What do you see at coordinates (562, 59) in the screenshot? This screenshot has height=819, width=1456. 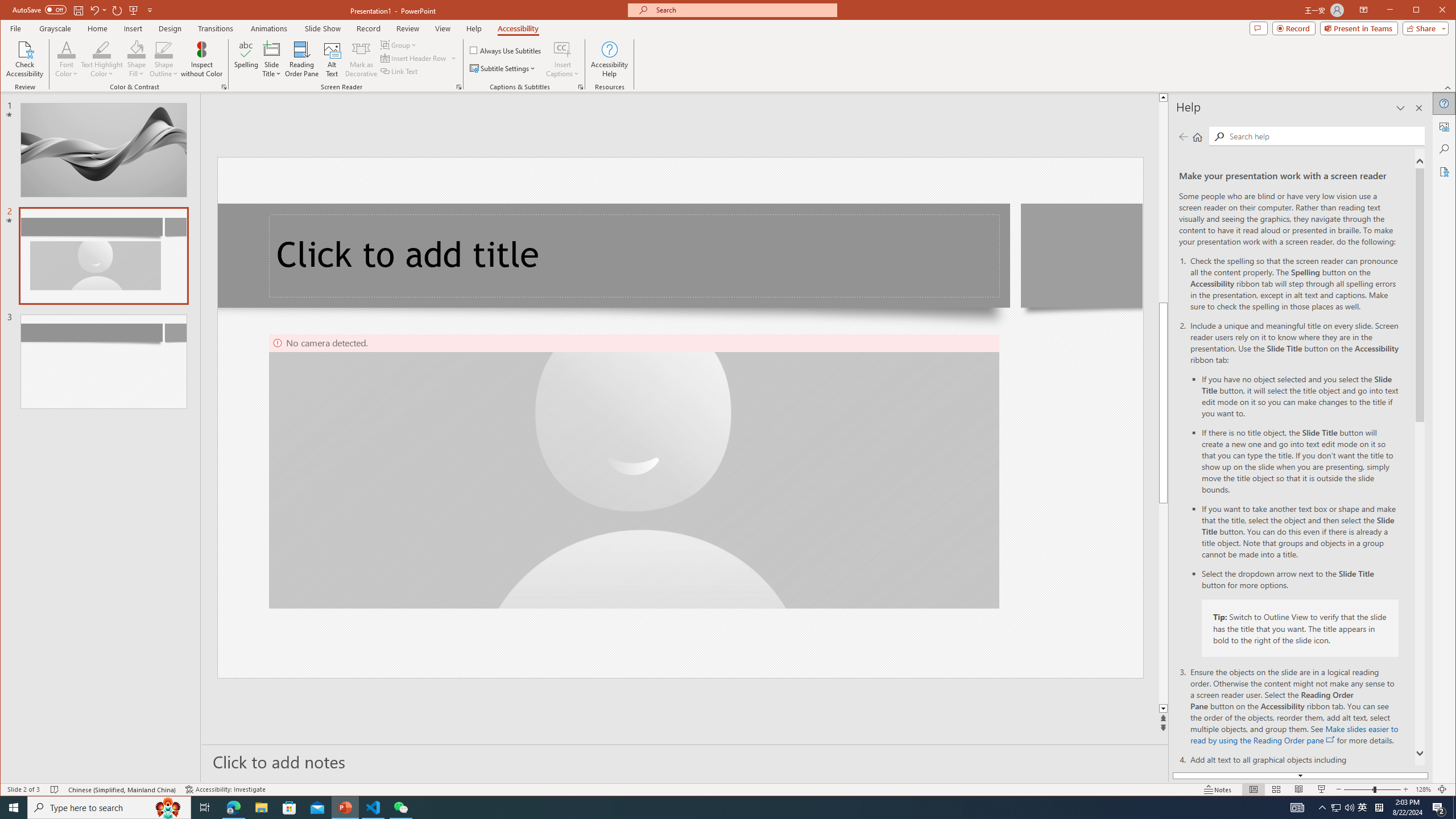 I see `'Insert Captions'` at bounding box center [562, 59].